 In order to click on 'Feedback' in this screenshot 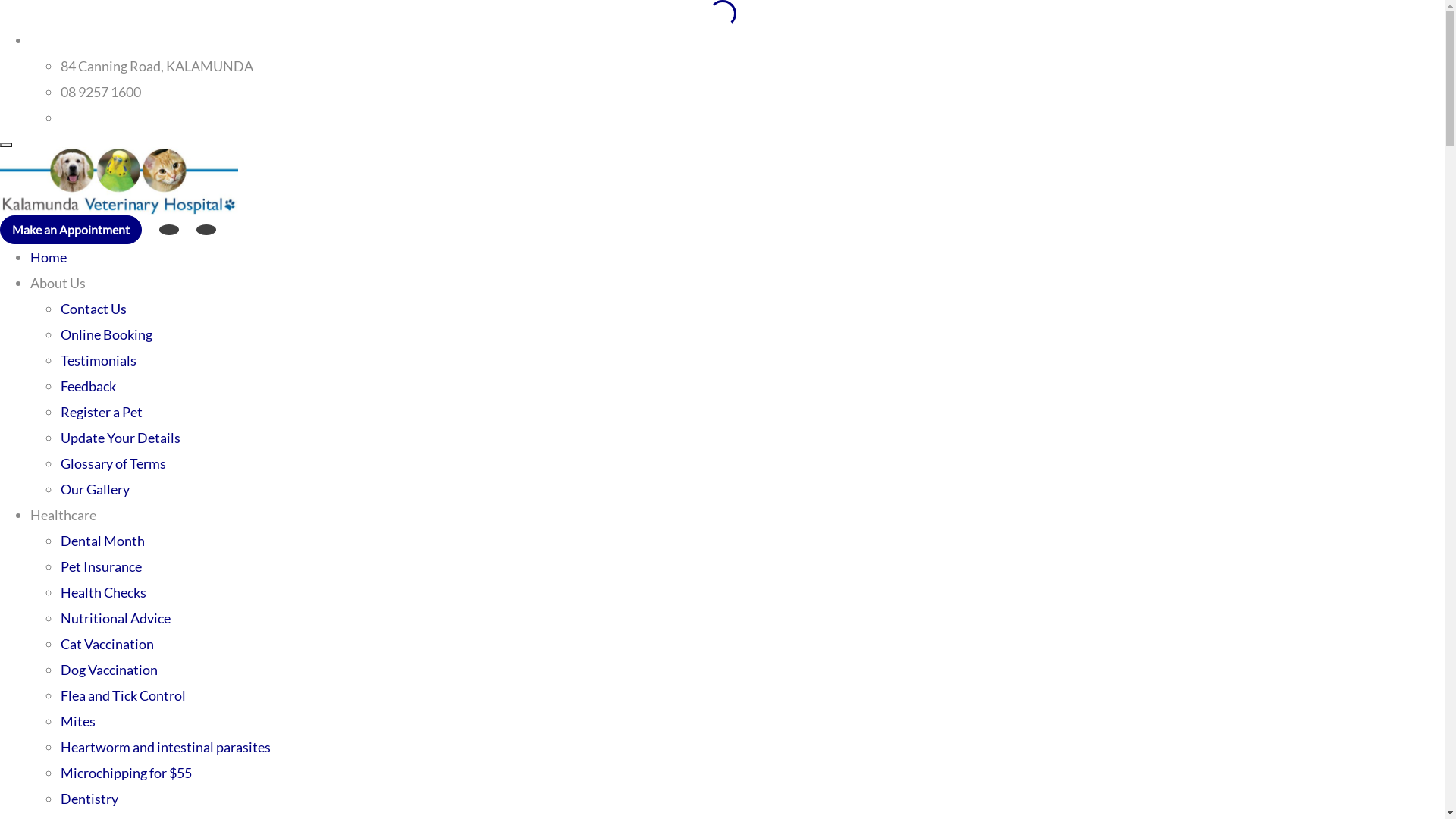, I will do `click(87, 385)`.